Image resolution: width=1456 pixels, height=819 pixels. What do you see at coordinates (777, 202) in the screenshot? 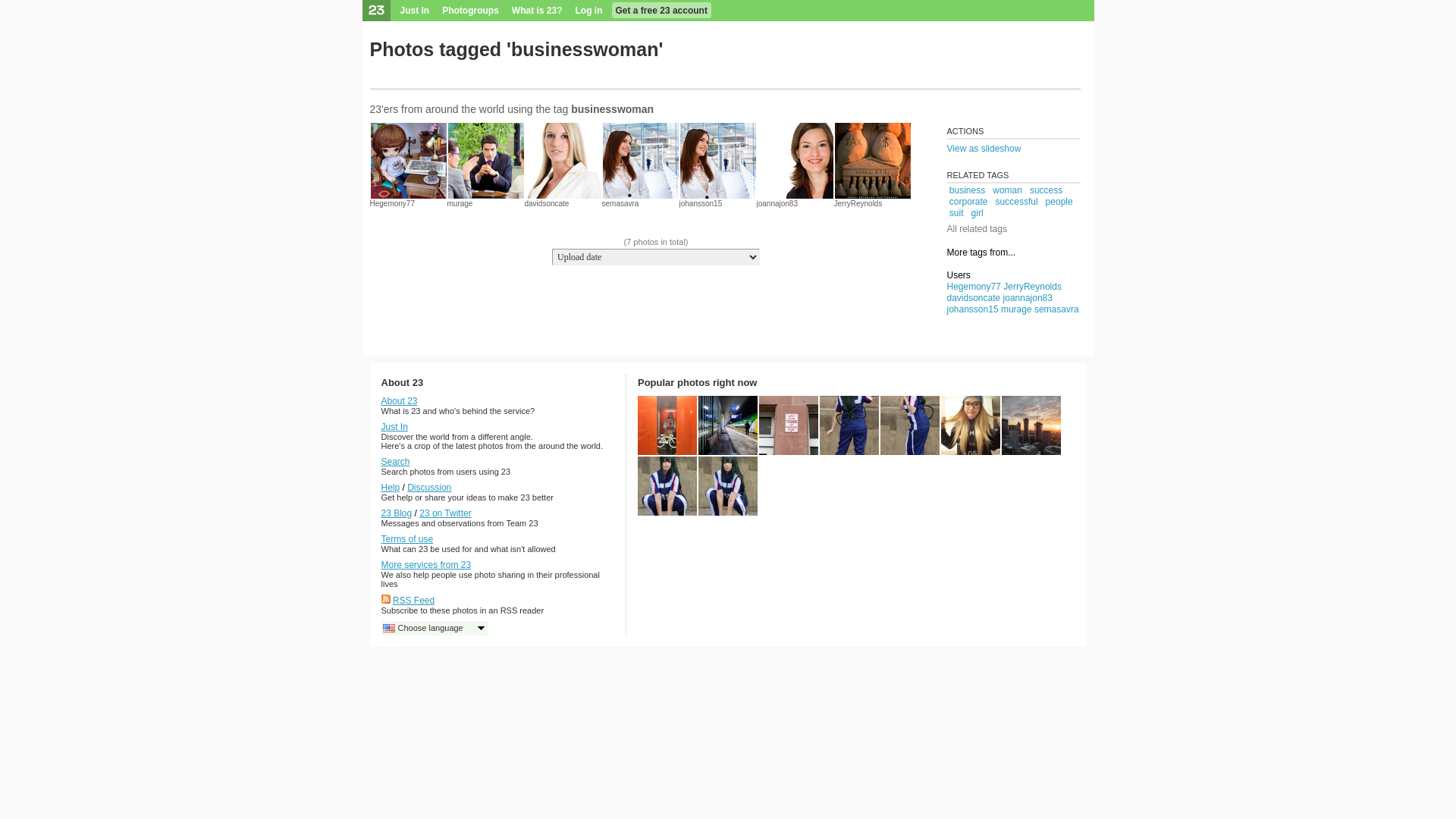
I see `'joannajon83'` at bounding box center [777, 202].